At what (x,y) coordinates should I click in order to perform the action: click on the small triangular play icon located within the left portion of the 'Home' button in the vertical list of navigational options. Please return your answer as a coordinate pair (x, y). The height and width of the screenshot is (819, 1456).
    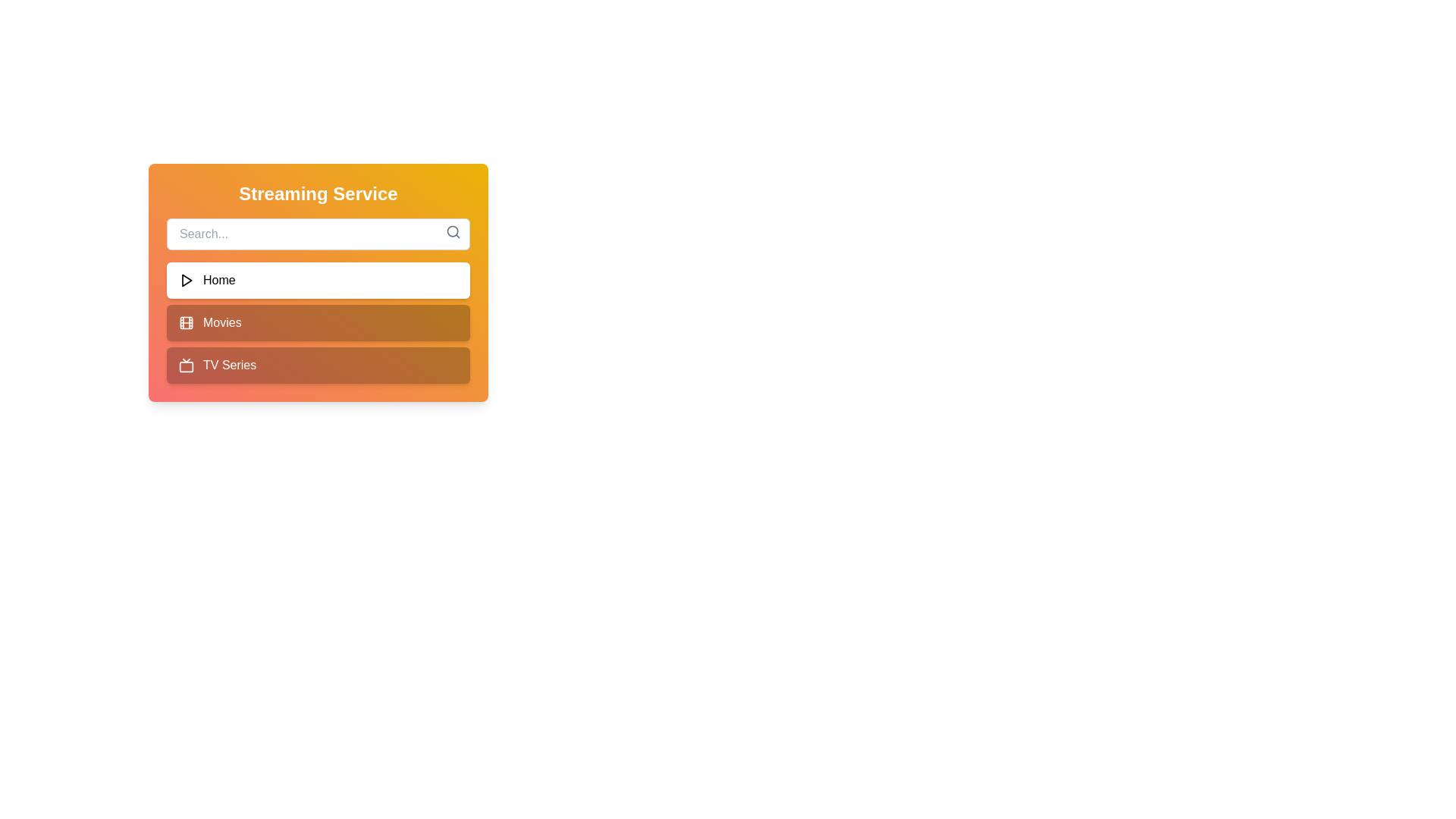
    Looking at the image, I should click on (185, 281).